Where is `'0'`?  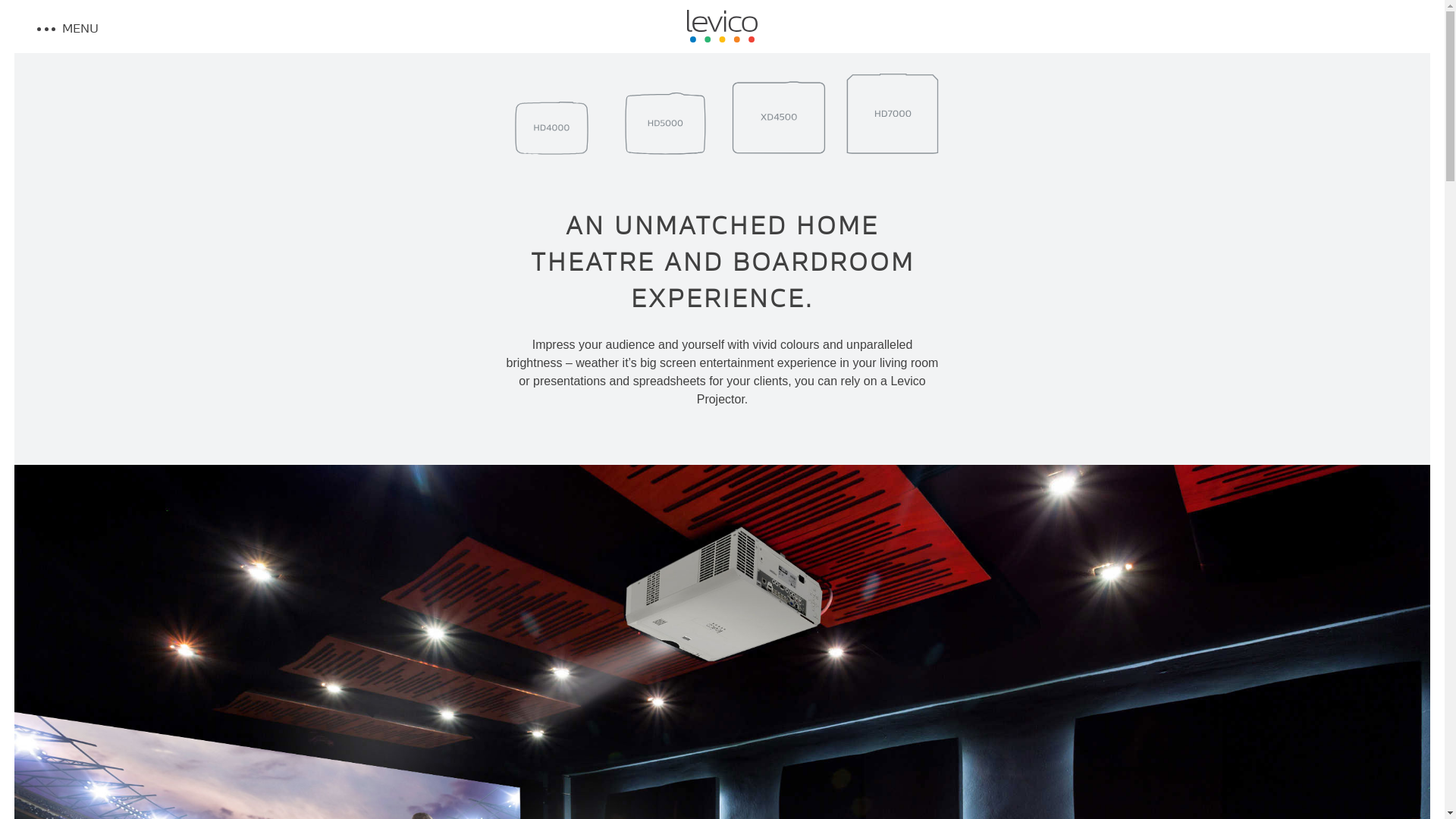
'0' is located at coordinates (550, 118).